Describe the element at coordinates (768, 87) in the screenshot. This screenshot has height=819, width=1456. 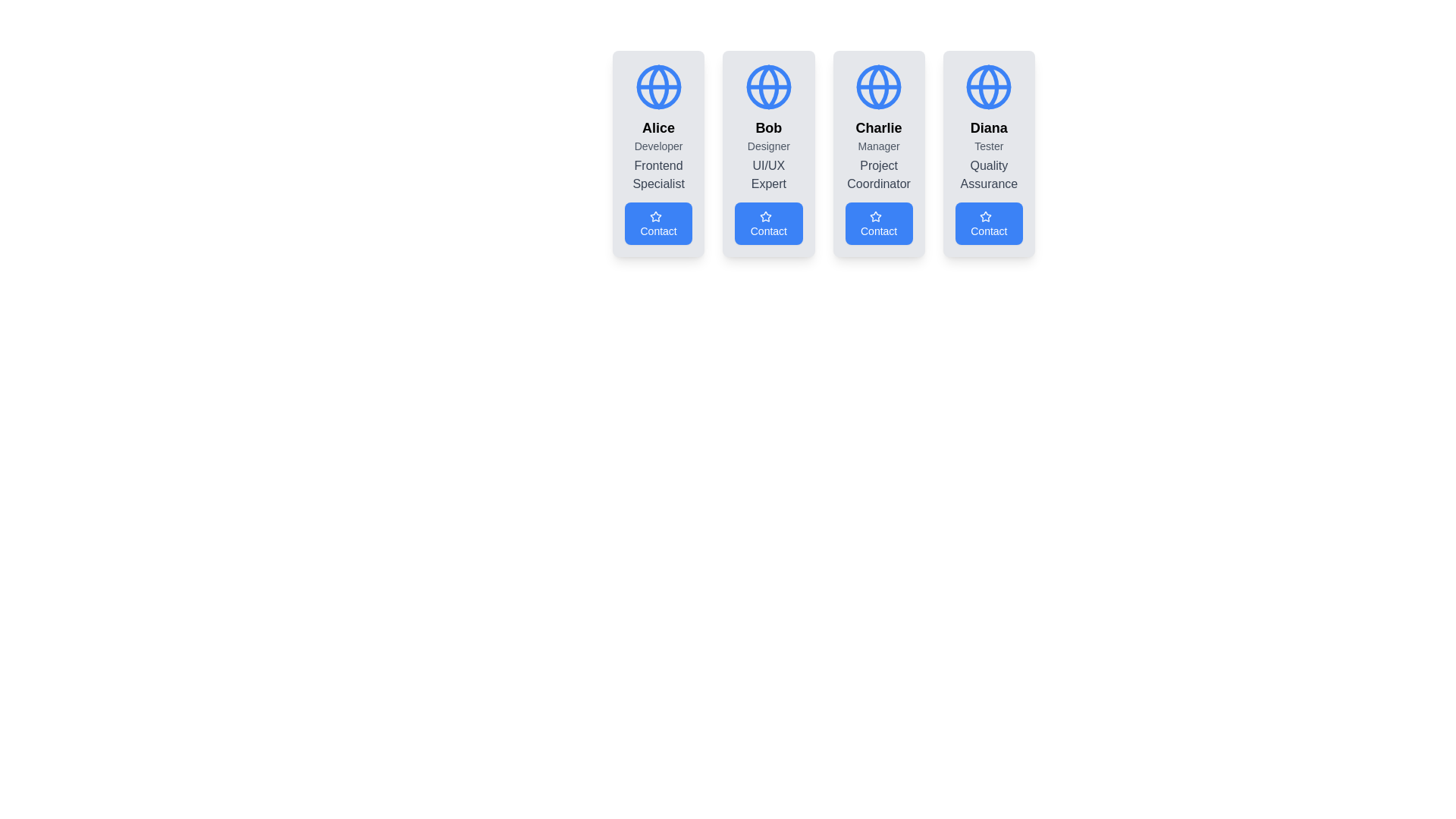
I see `the globe icon located at the top of the second card titled 'Bob', which visually represents global expertise` at that location.